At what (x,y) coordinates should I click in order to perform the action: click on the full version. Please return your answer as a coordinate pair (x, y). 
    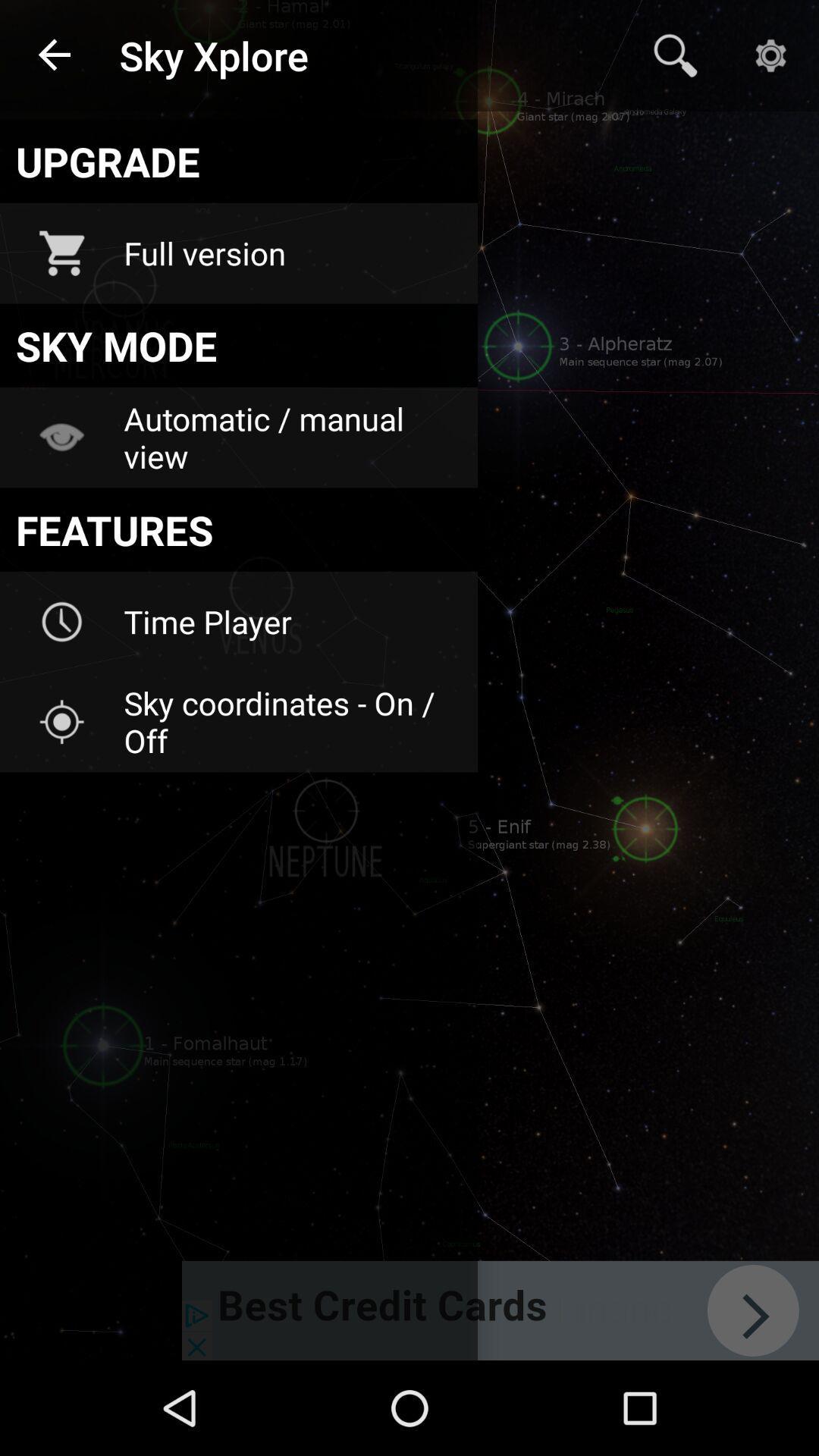
    Looking at the image, I should click on (290, 253).